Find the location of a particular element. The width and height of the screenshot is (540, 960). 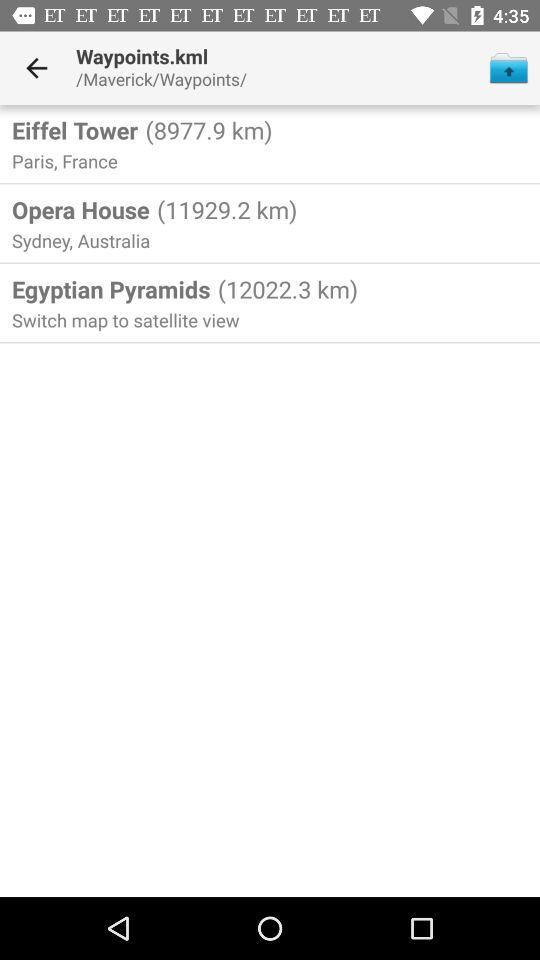

the item above sydney, australia  item is located at coordinates (79, 209).